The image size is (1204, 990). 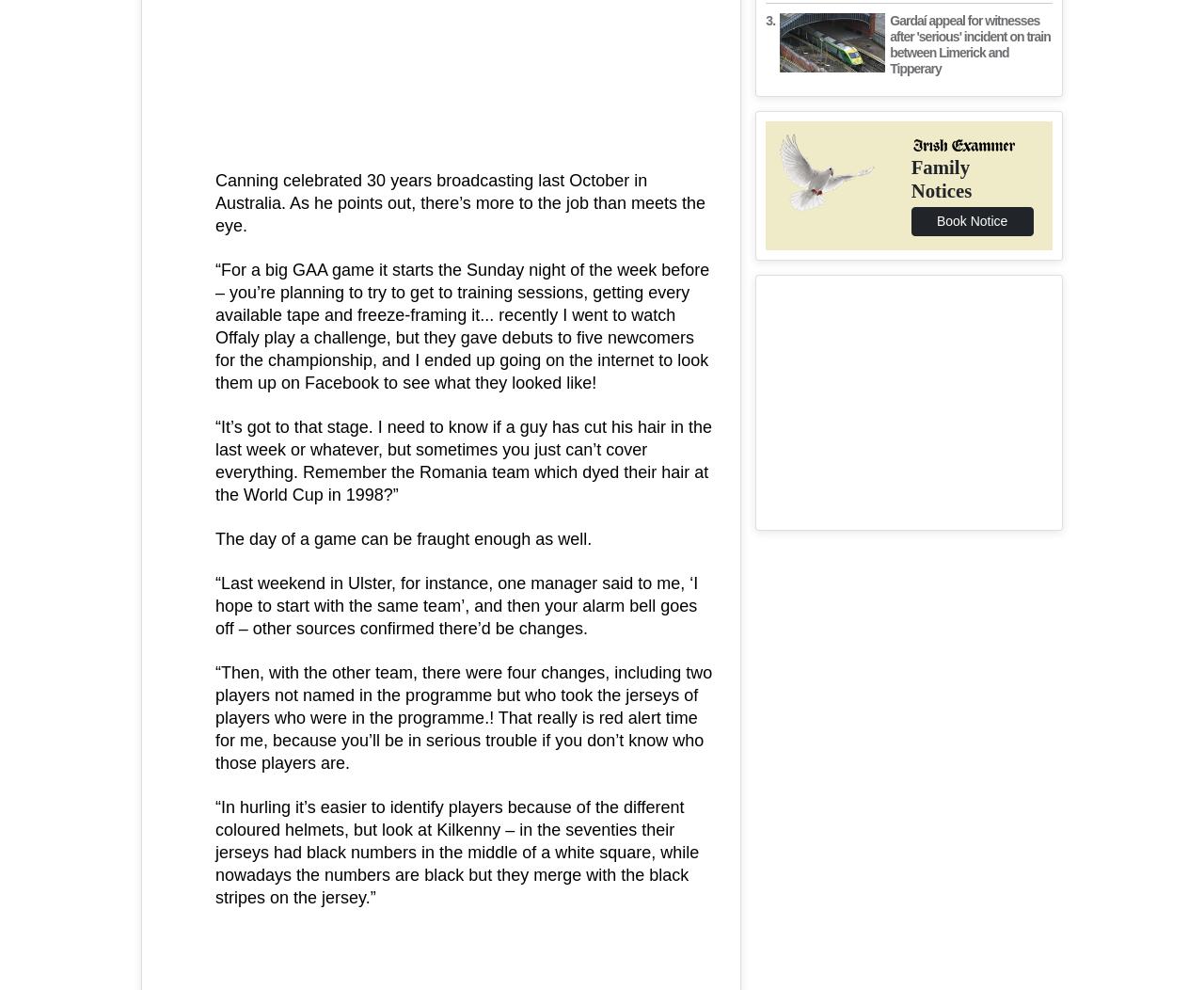 What do you see at coordinates (745, 362) in the screenshot?
I see `'Contact Us'` at bounding box center [745, 362].